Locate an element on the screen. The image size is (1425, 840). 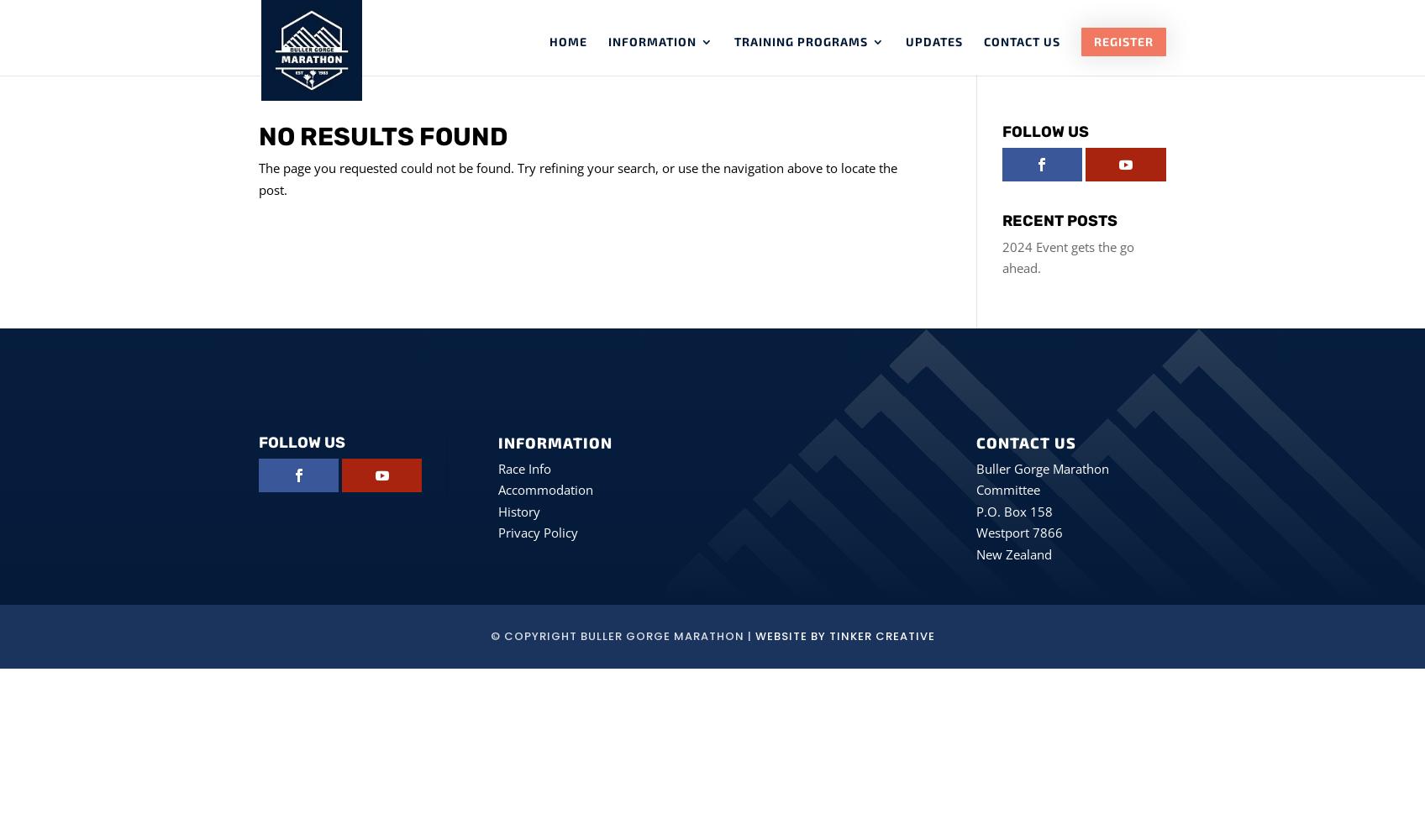
'Results' is located at coordinates (668, 212).